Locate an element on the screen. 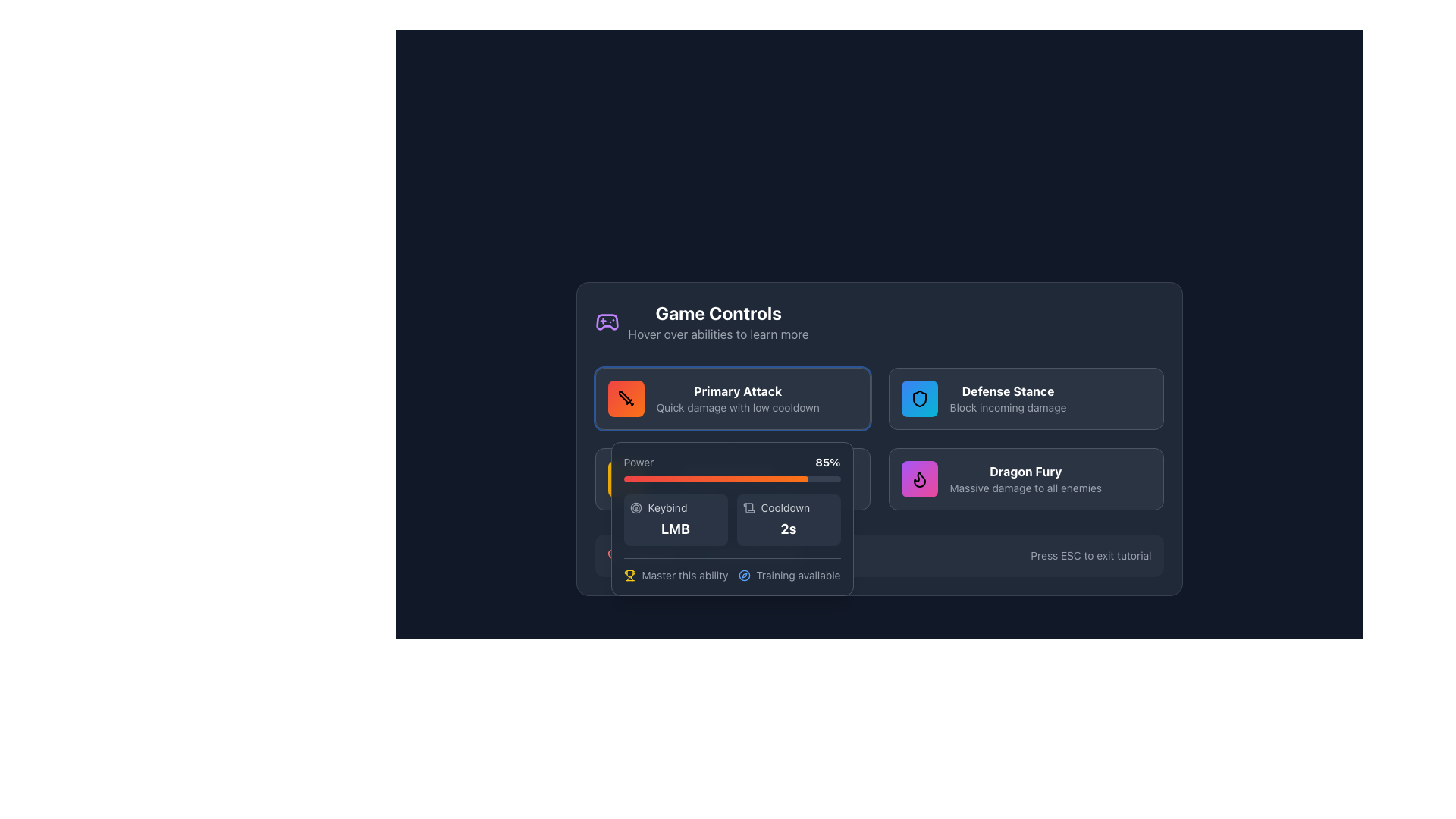 Image resolution: width=1456 pixels, height=819 pixels. information contained in the 'Dragon Fury' informational card located in the bottom-right quadrant of the grid layout is located at coordinates (1026, 479).